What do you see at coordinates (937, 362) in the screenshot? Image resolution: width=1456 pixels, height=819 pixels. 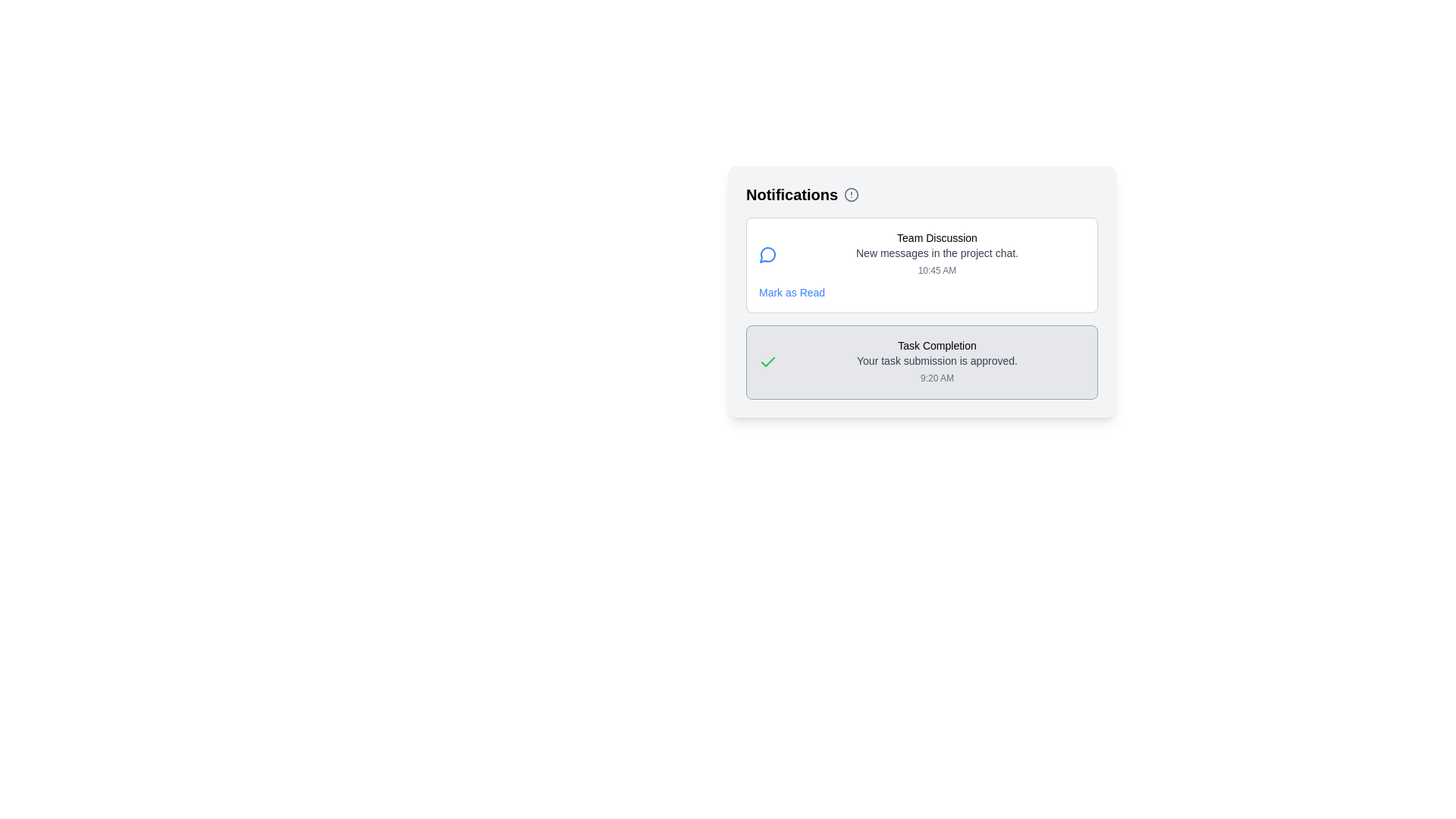 I see `the interactive notification message that provides feedback about task approval, located near the center-right of the interface, below the 'Team Discussion' notification` at bounding box center [937, 362].